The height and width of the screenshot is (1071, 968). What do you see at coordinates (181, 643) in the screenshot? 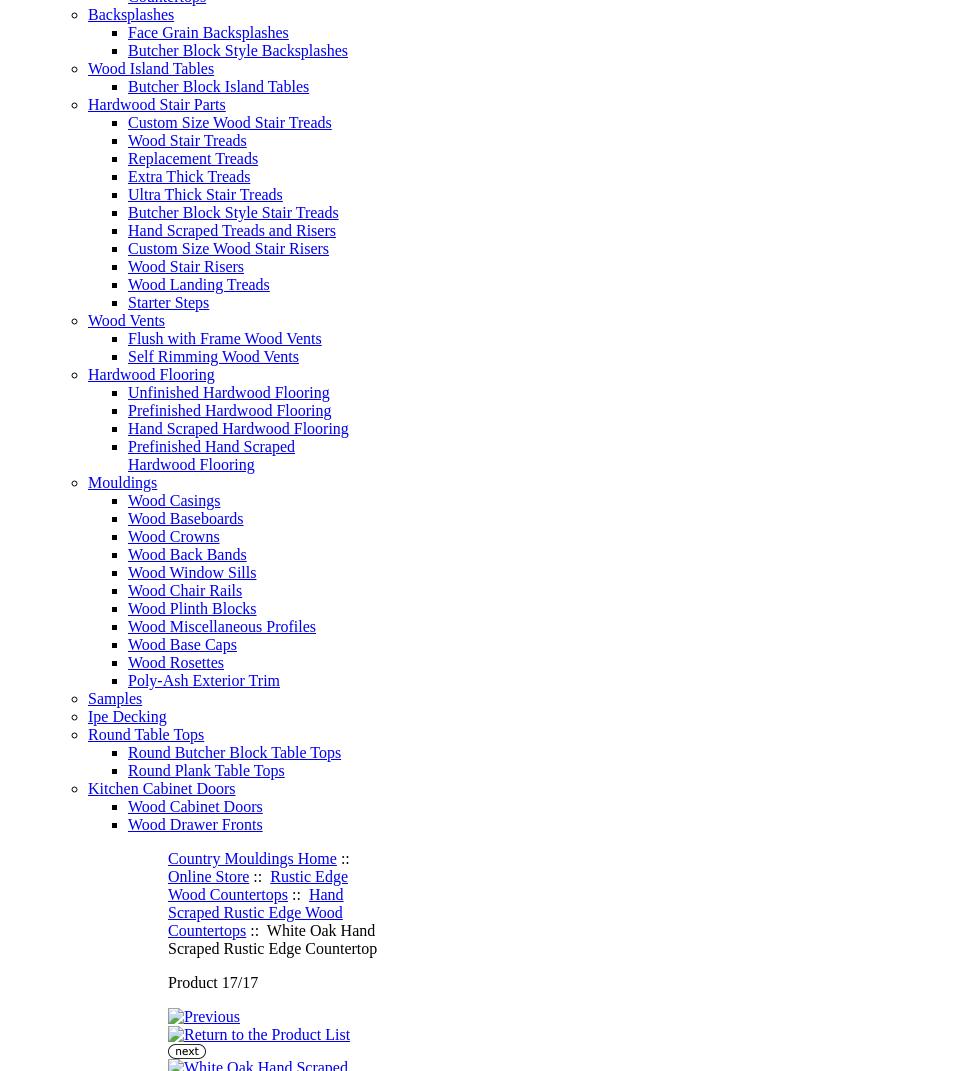
I see `'Wood Base Caps'` at bounding box center [181, 643].